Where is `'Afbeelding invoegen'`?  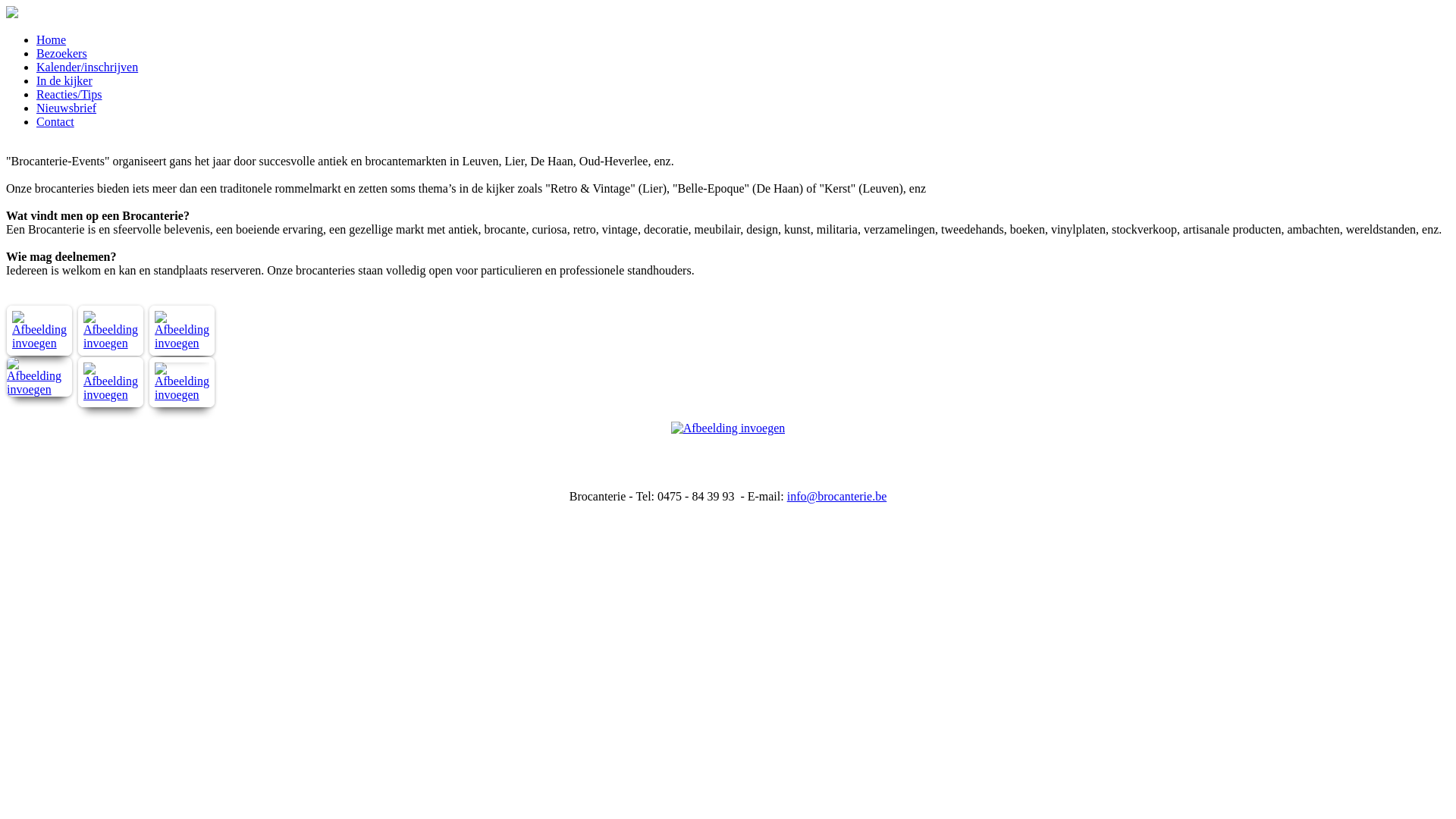
'Afbeelding invoegen' is located at coordinates (39, 343).